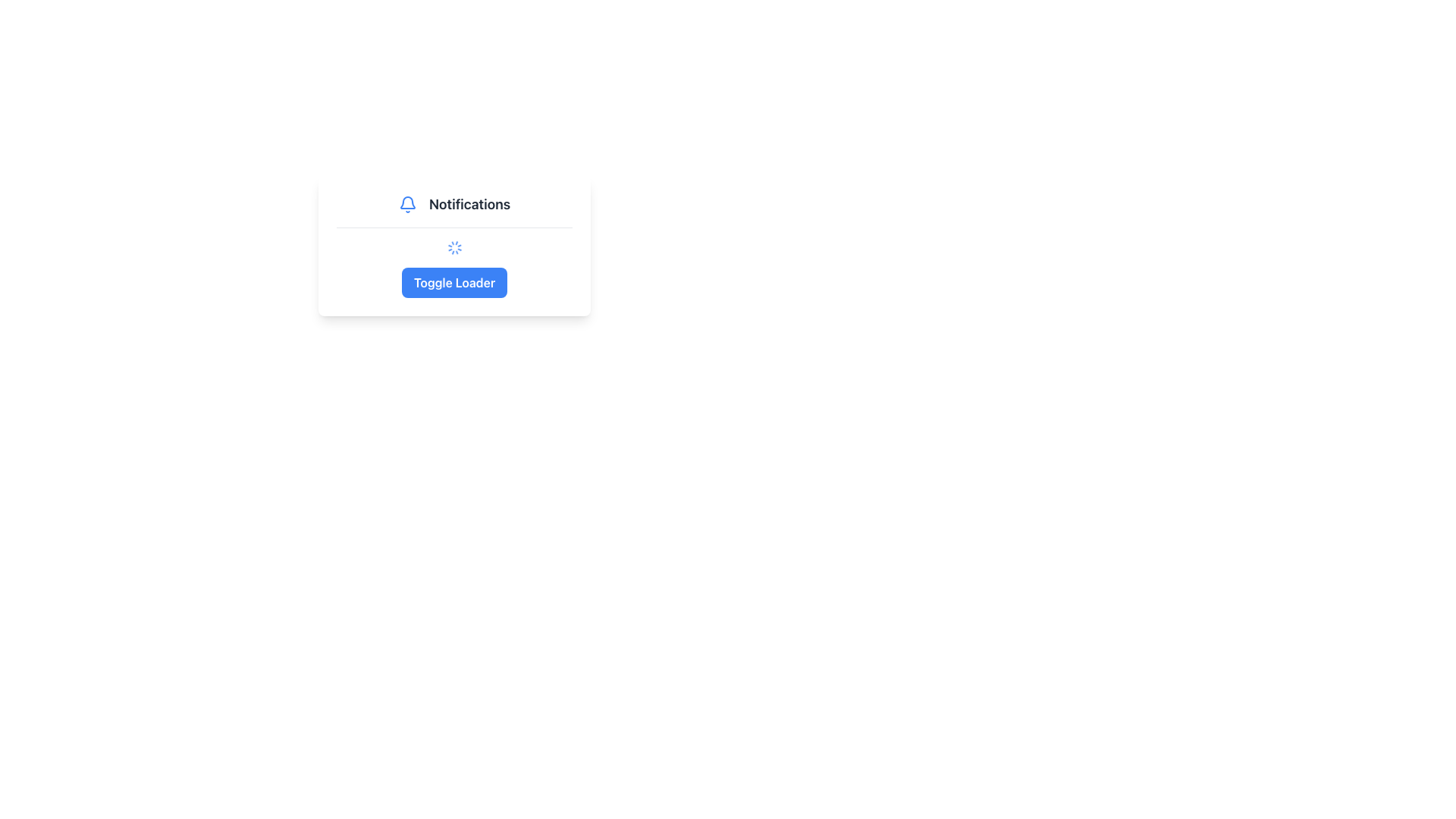  What do you see at coordinates (453, 245) in the screenshot?
I see `the animated state of the loader within the Notifications Card component, which features a blue notification bell icon, bold text 'Notifications', a horizontal divider, and a blue button labeled 'Toggle Loader'` at bounding box center [453, 245].